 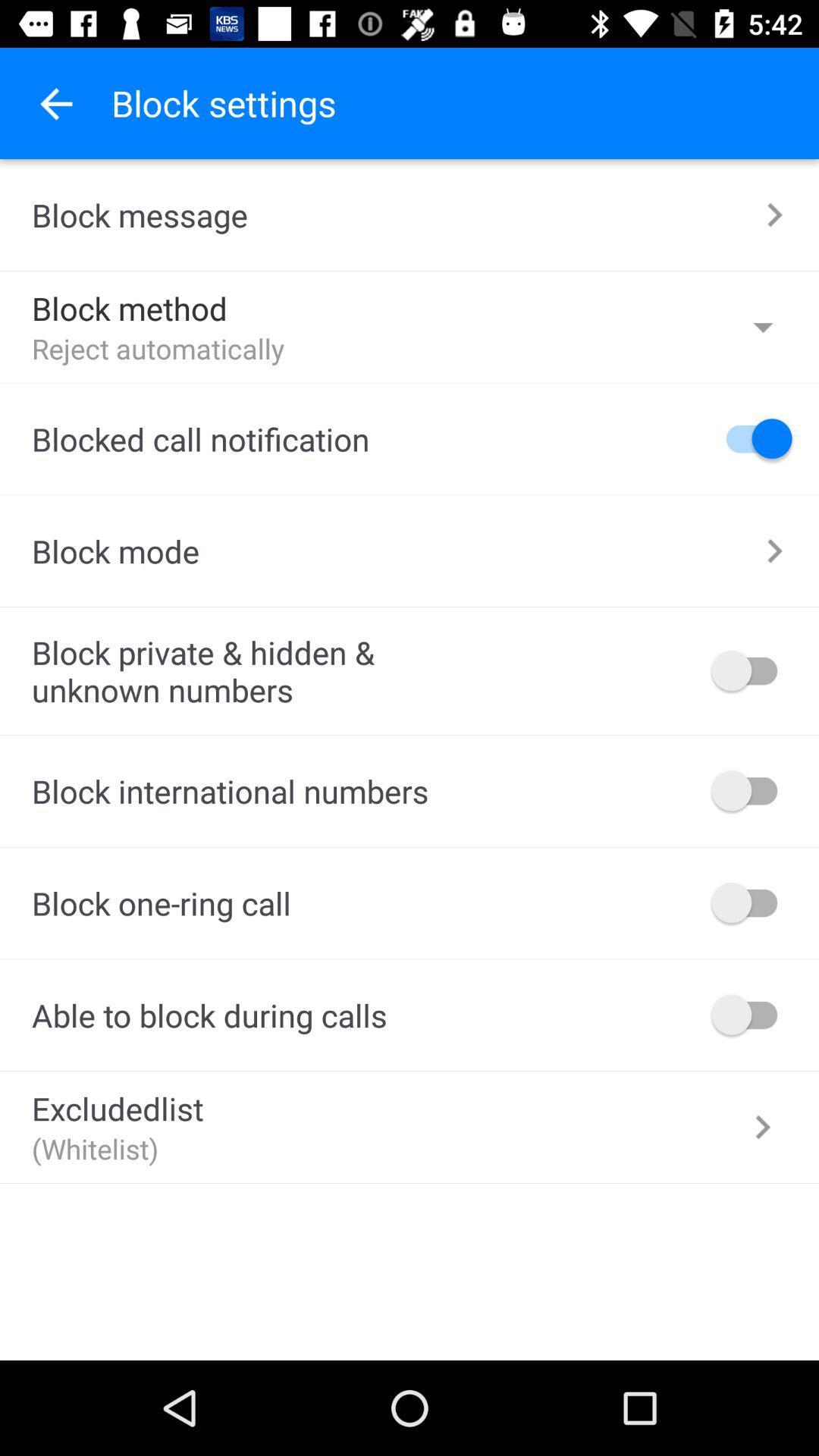 What do you see at coordinates (752, 670) in the screenshot?
I see `blocking private hidden unknown numbers` at bounding box center [752, 670].